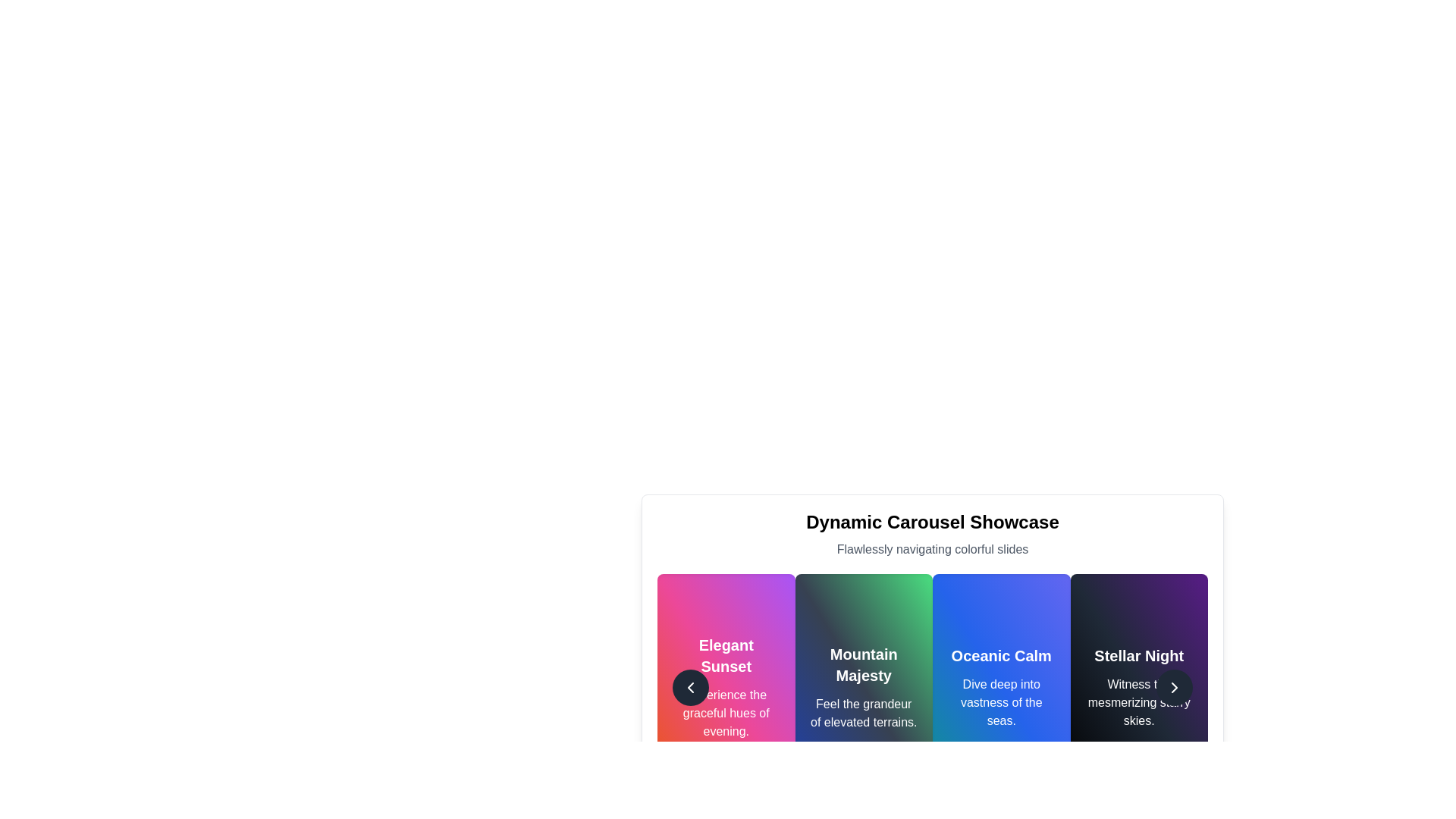  What do you see at coordinates (1139, 702) in the screenshot?
I see `white sans-serif text stating 'Witness the mesmerizing starry skies.' located beneath the title 'Stellar Night' in the fourth card of the carousel` at bounding box center [1139, 702].